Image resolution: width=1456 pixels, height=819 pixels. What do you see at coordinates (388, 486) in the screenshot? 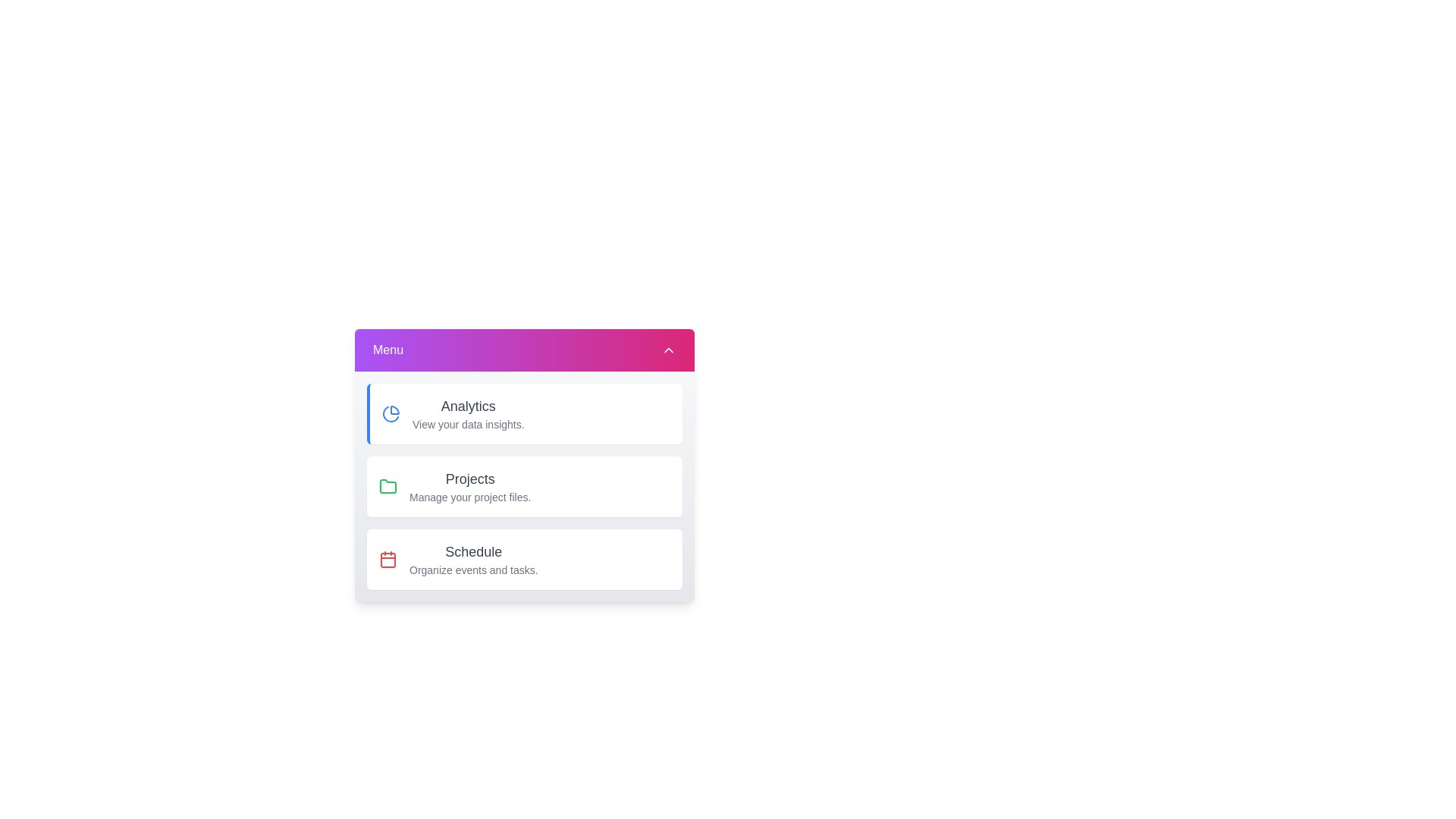
I see `the icon of the menu item labeled Projects` at bounding box center [388, 486].